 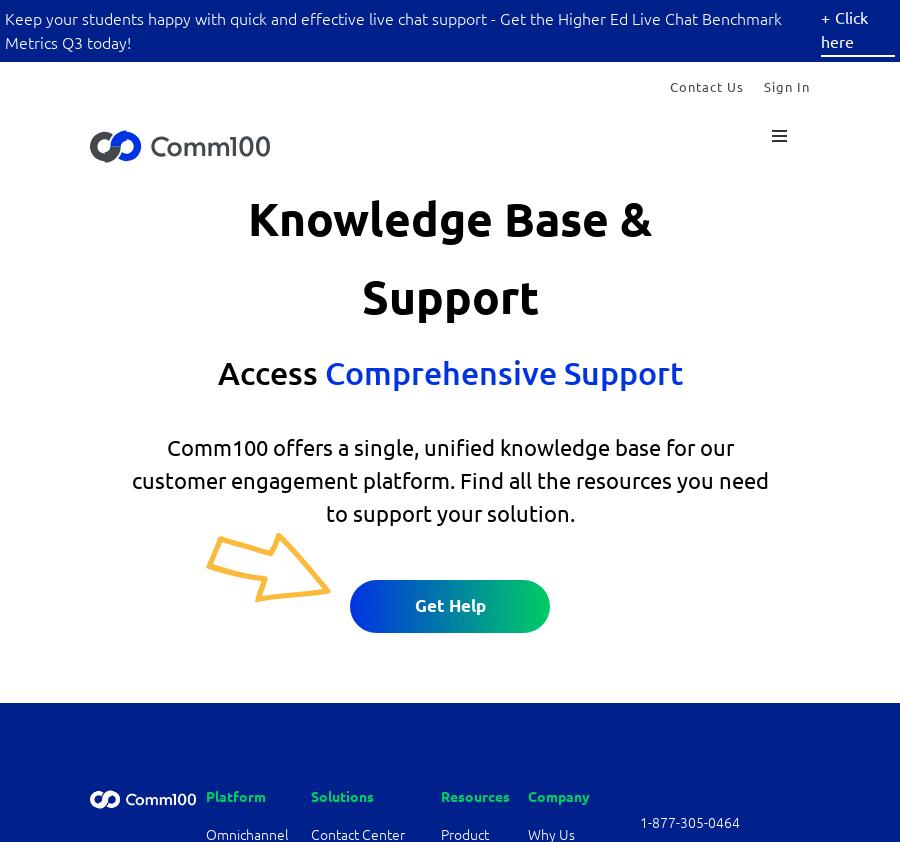 What do you see at coordinates (342, 796) in the screenshot?
I see `'Solutions'` at bounding box center [342, 796].